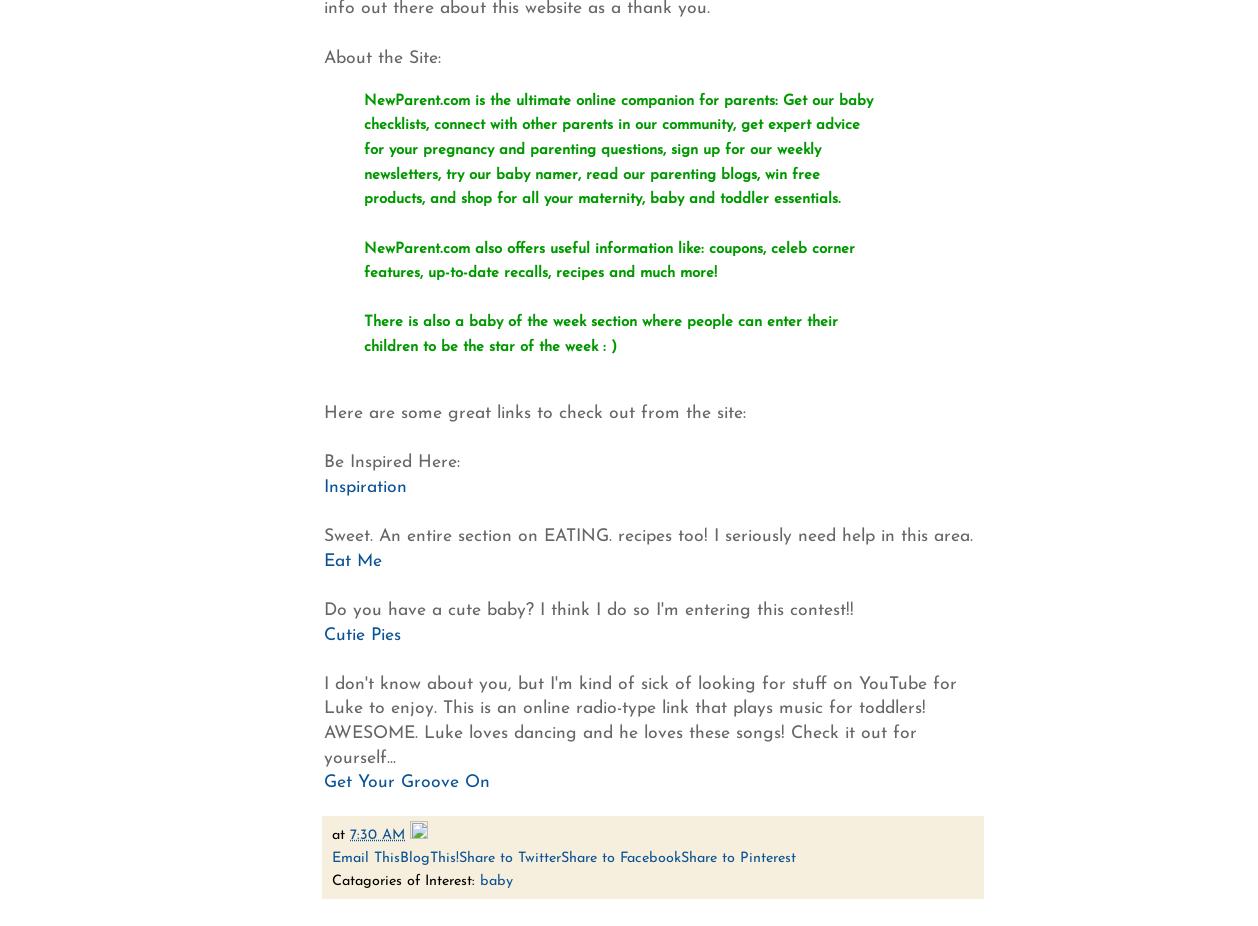 The image size is (1258, 926). What do you see at coordinates (323, 720) in the screenshot?
I see `'I don't know about you, but I'm kind of sick of looking for stuff on YouTube for Luke to enjoy.  This is an online radio-type link that plays music for toddlers!  AWESOME.  Luke loves dancing and he loves these songs!  Check it out for yourself...'` at bounding box center [323, 720].